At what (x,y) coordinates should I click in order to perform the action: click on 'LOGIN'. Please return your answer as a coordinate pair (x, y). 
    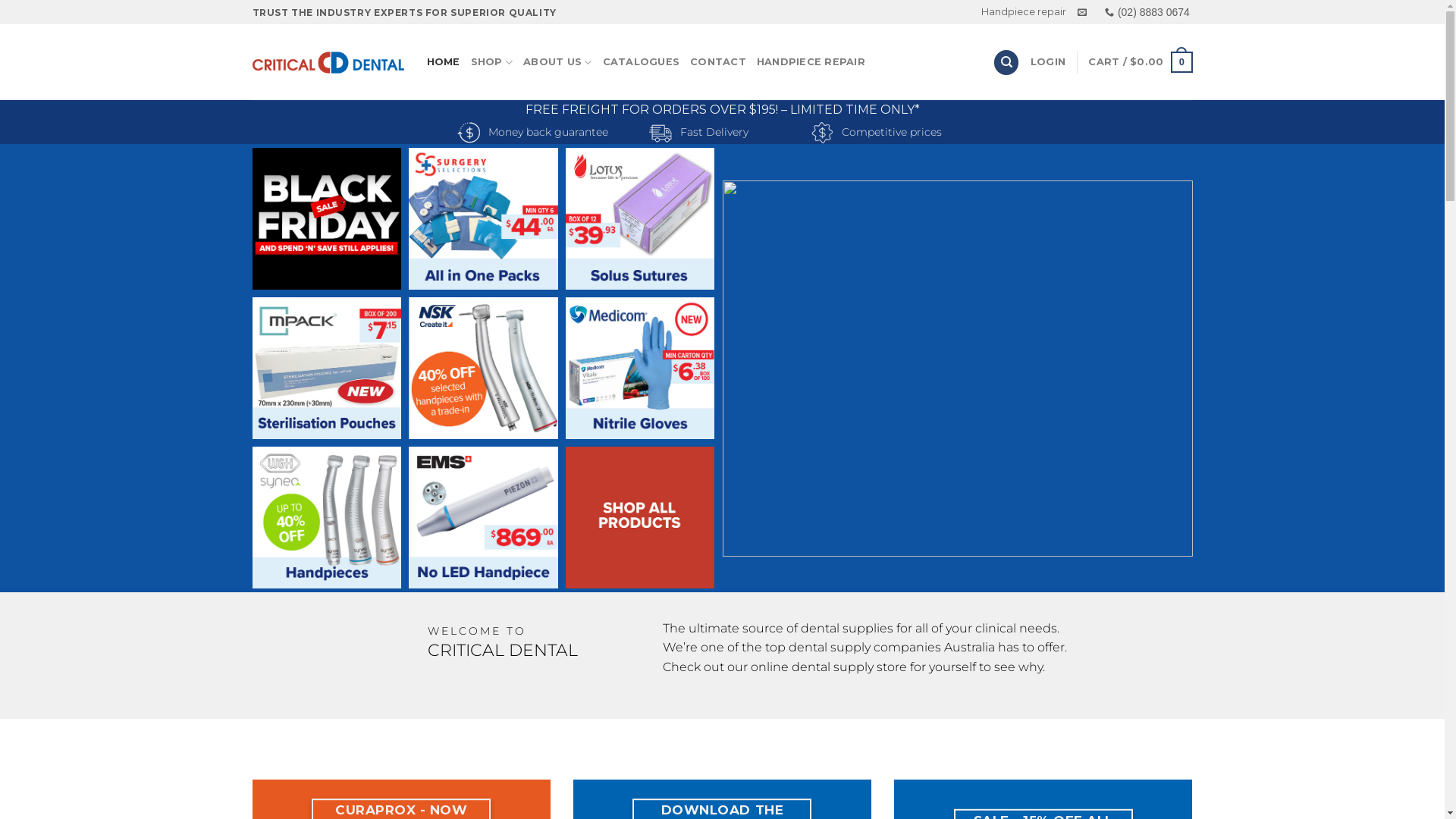
    Looking at the image, I should click on (1047, 61).